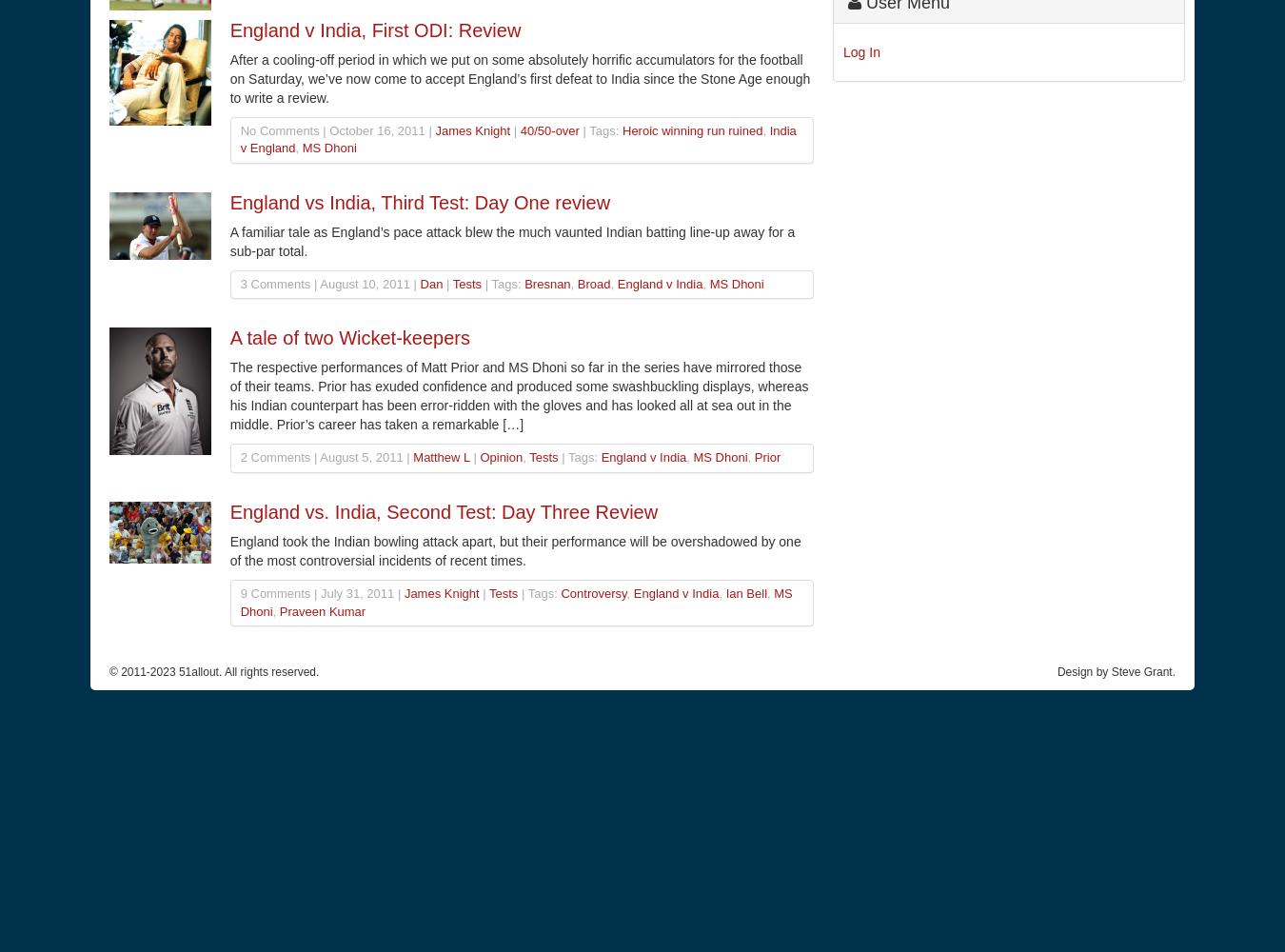 This screenshot has width=1285, height=952. I want to click on 'After a cooling-off period in which we put on some absolutely horrific accumulators for the football on Saturday, we’ve now come to accept England’s first defeat to India since the Stone Age enough to write a review.', so click(518, 77).